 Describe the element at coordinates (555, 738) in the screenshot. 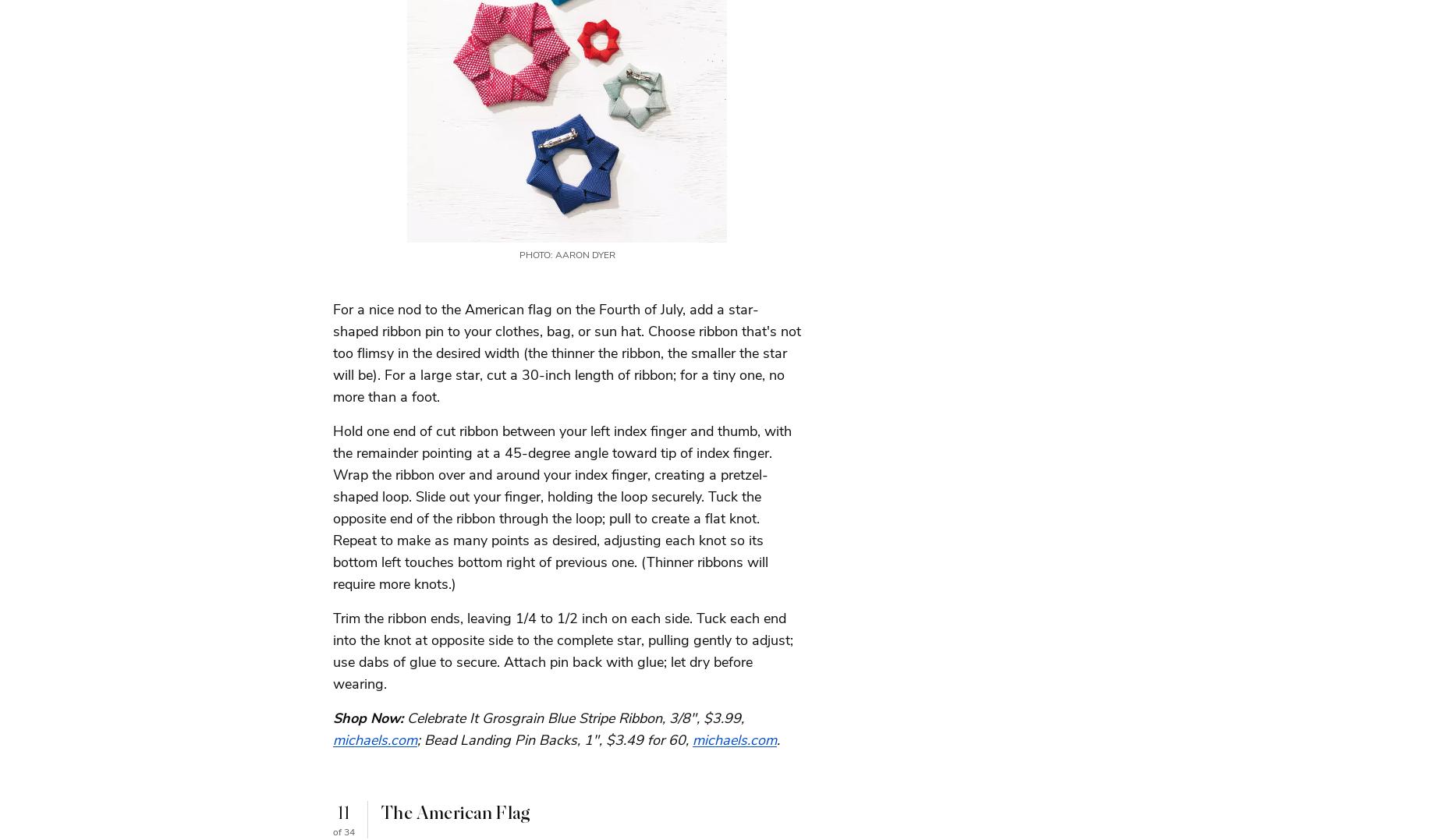

I see `'; Bead Landing Pin Backs, 1", $3.49 for 60,'` at that location.